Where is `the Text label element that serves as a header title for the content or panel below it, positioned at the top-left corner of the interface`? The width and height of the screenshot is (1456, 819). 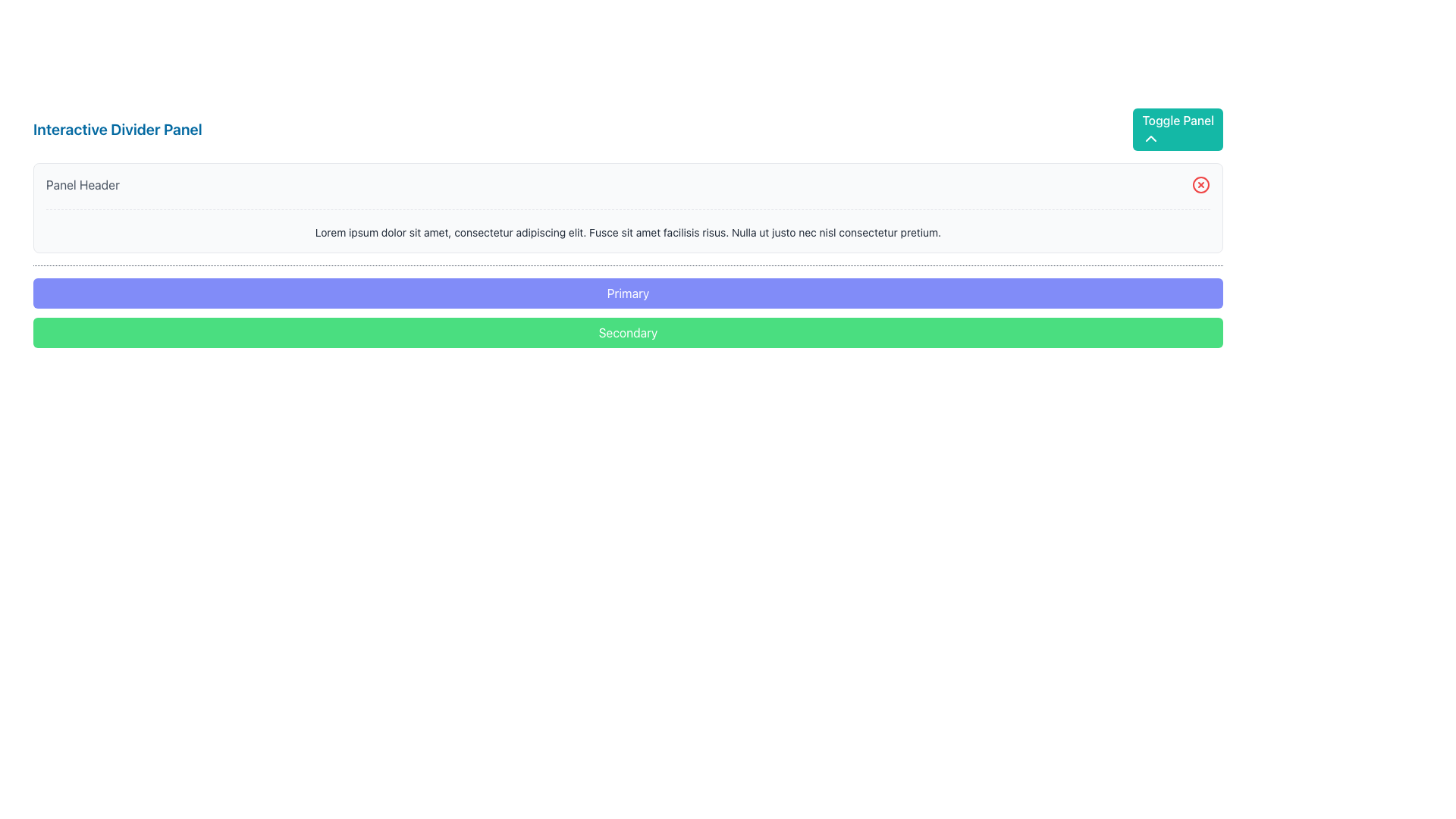 the Text label element that serves as a header title for the content or panel below it, positioned at the top-left corner of the interface is located at coordinates (117, 128).